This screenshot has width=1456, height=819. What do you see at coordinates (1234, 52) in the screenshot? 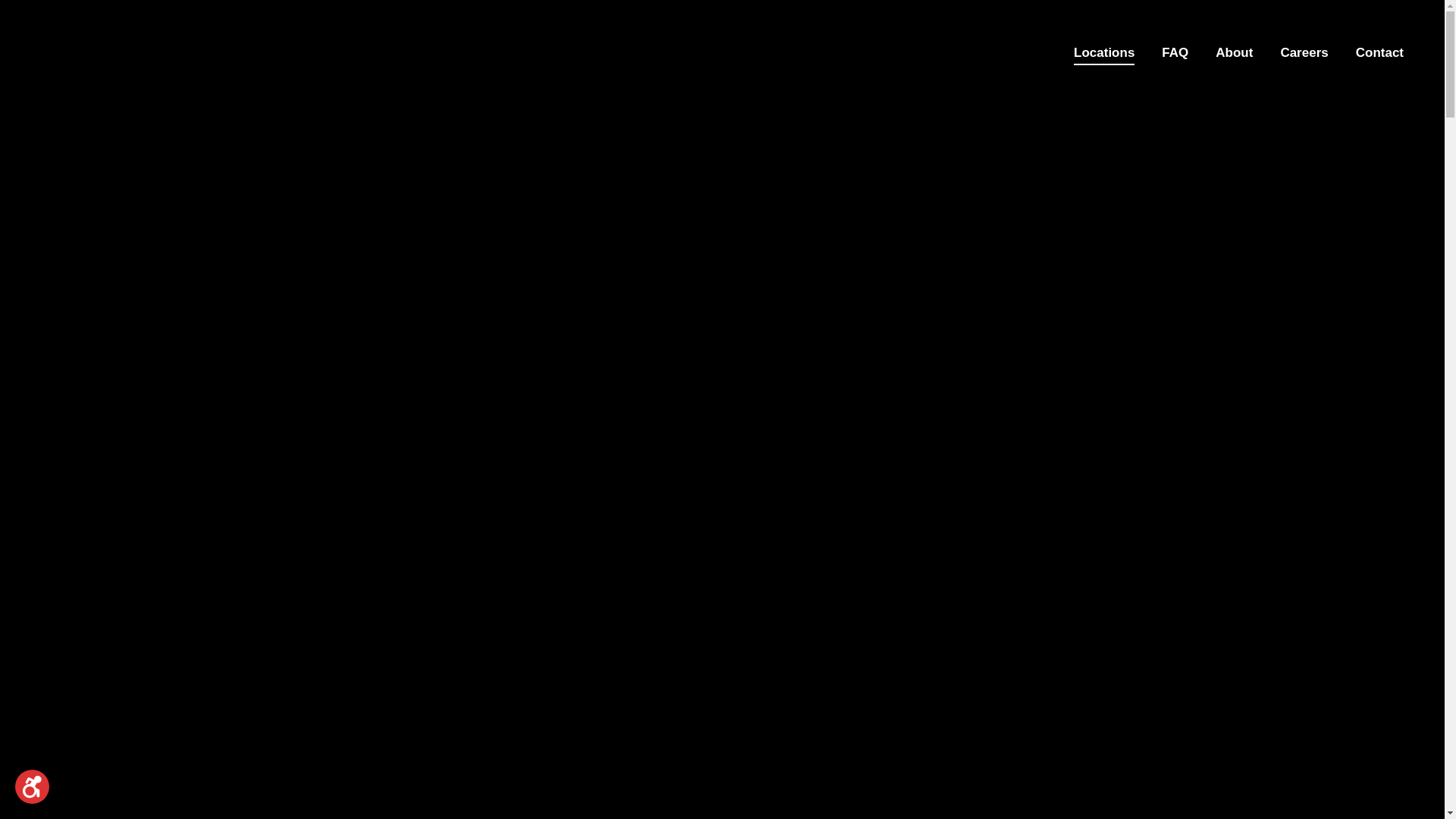
I see `'About'` at bounding box center [1234, 52].